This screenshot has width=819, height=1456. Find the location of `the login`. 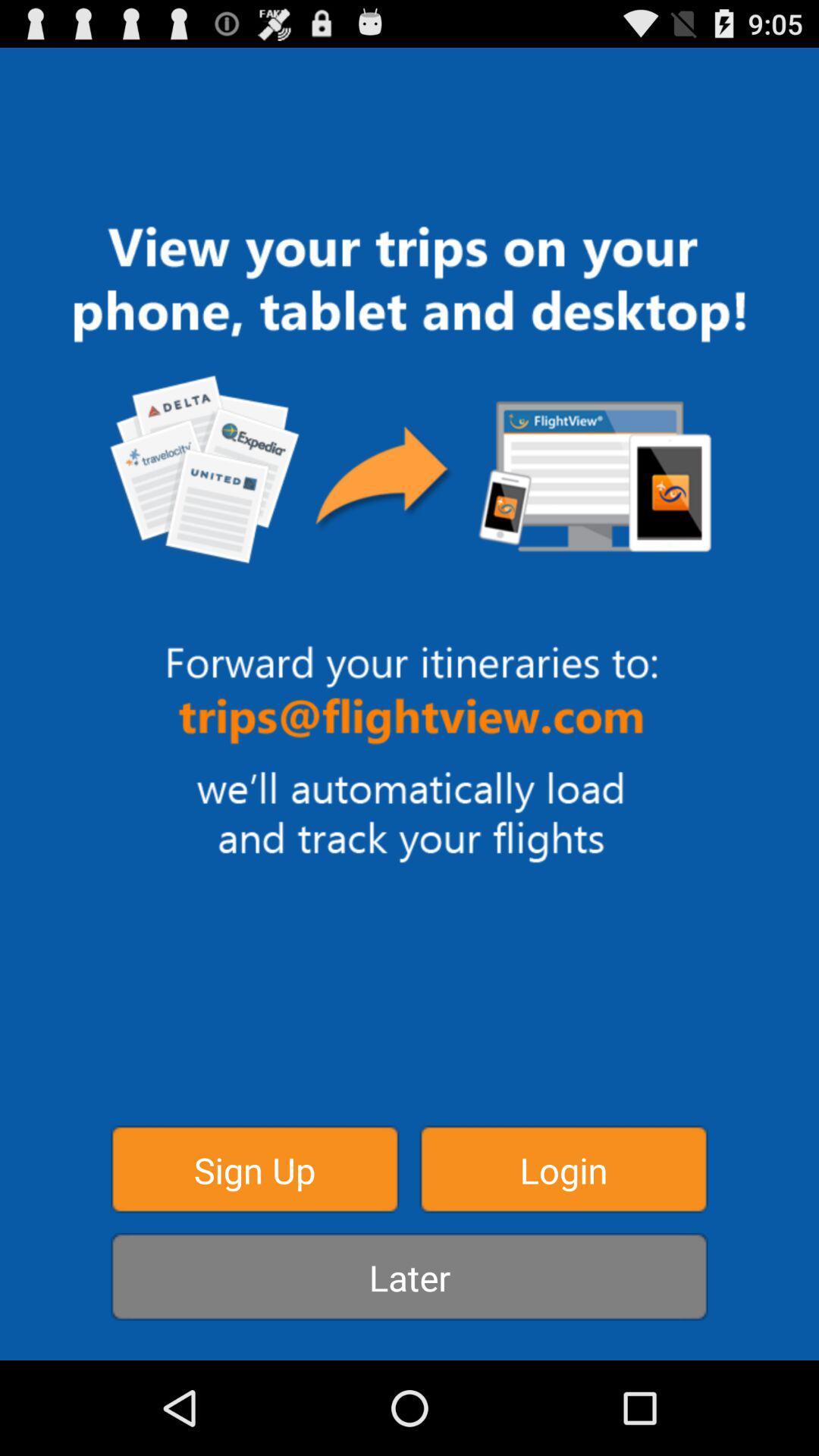

the login is located at coordinates (563, 1168).